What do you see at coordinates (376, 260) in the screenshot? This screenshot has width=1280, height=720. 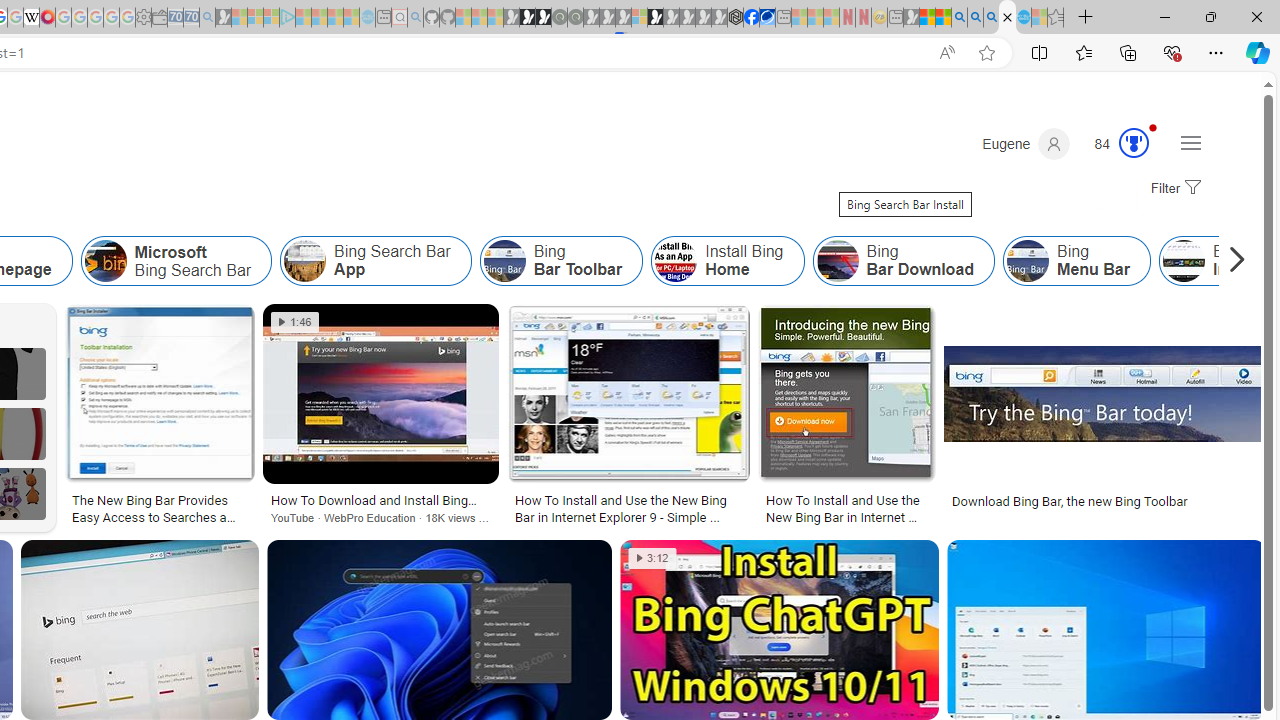 I see `'Bing Search Bar App'` at bounding box center [376, 260].